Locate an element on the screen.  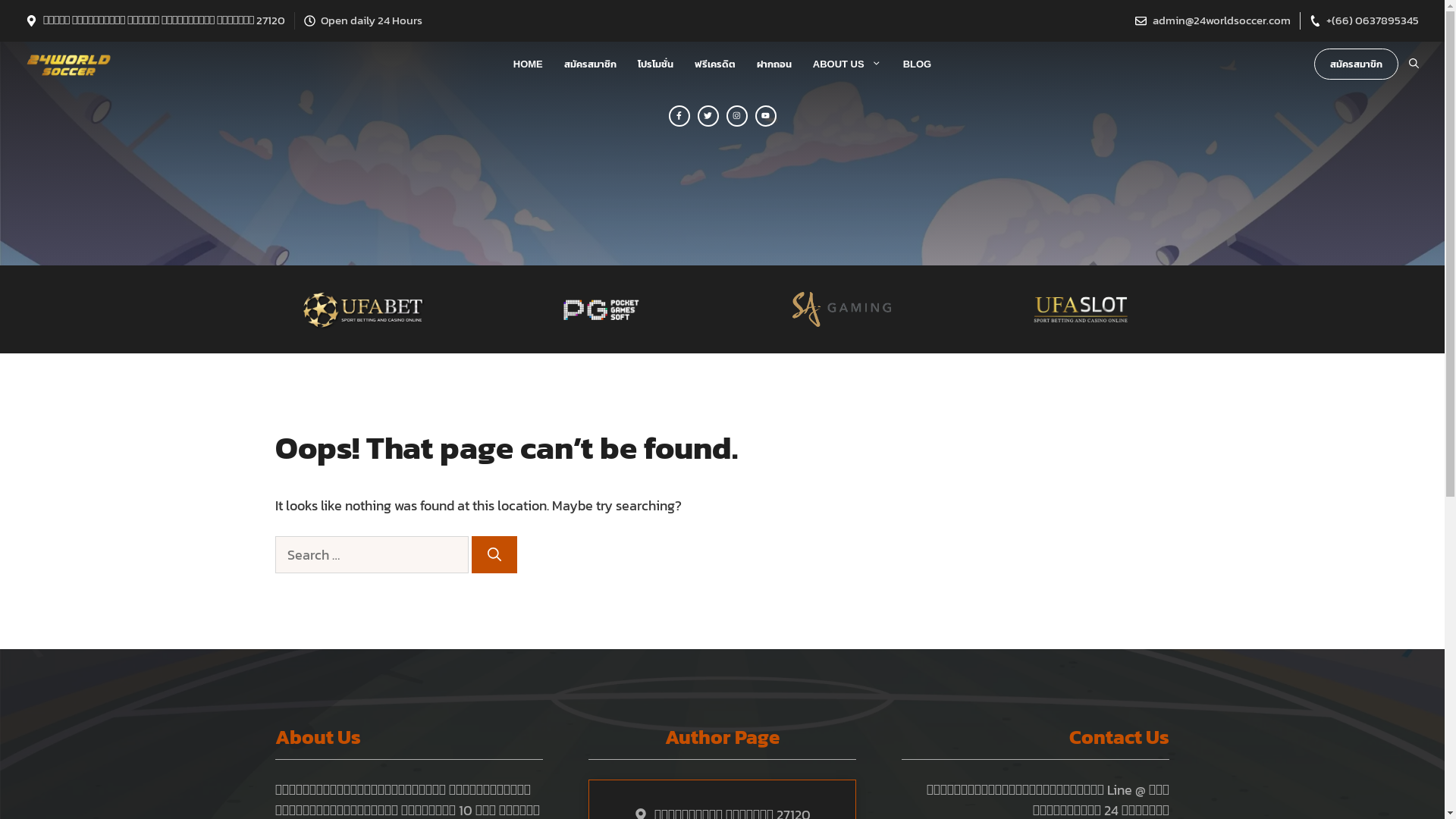
'Contact Us' is located at coordinates (1119, 736).